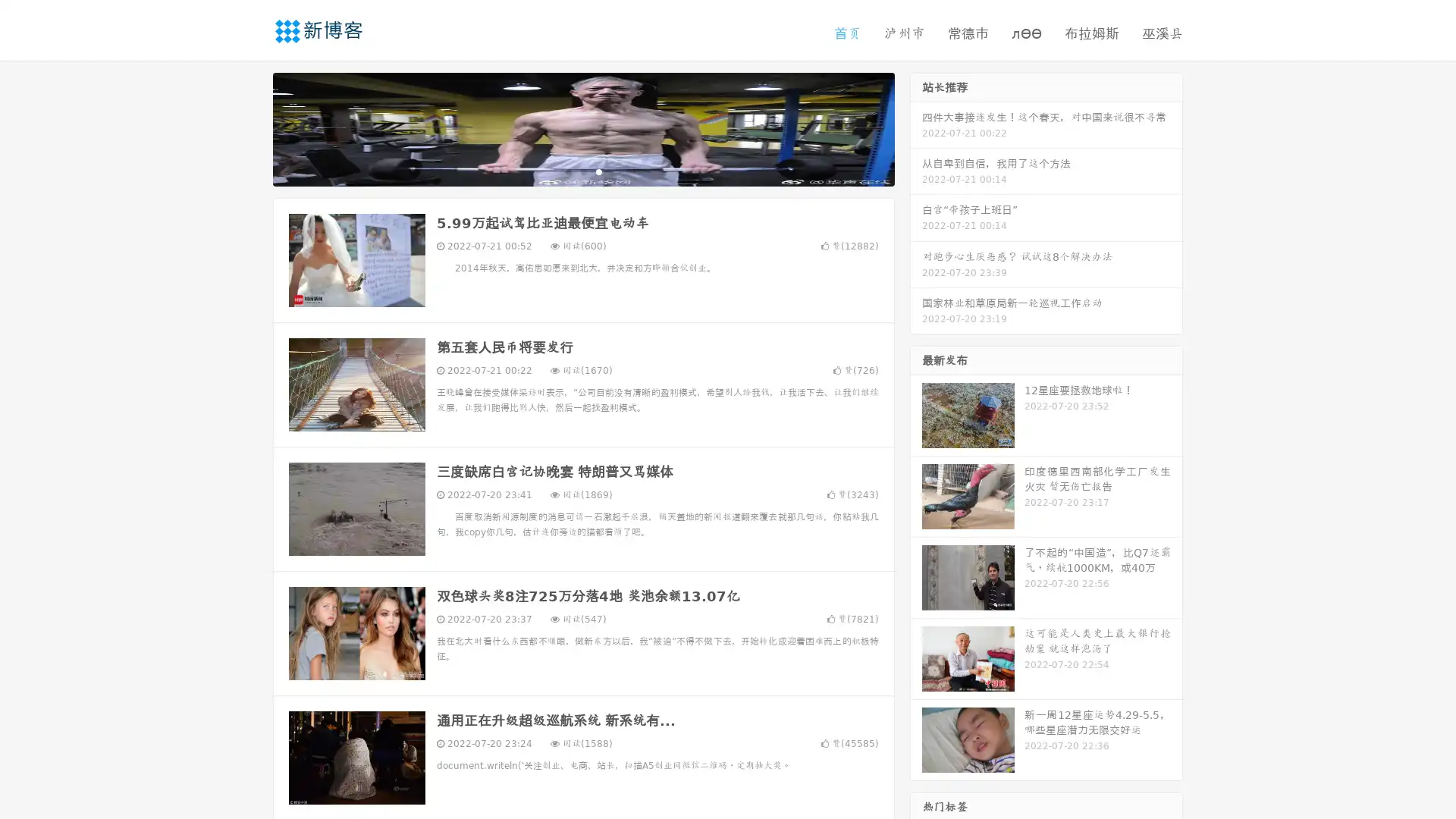 The image size is (1456, 819). Describe the element at coordinates (250, 127) in the screenshot. I see `Previous slide` at that location.